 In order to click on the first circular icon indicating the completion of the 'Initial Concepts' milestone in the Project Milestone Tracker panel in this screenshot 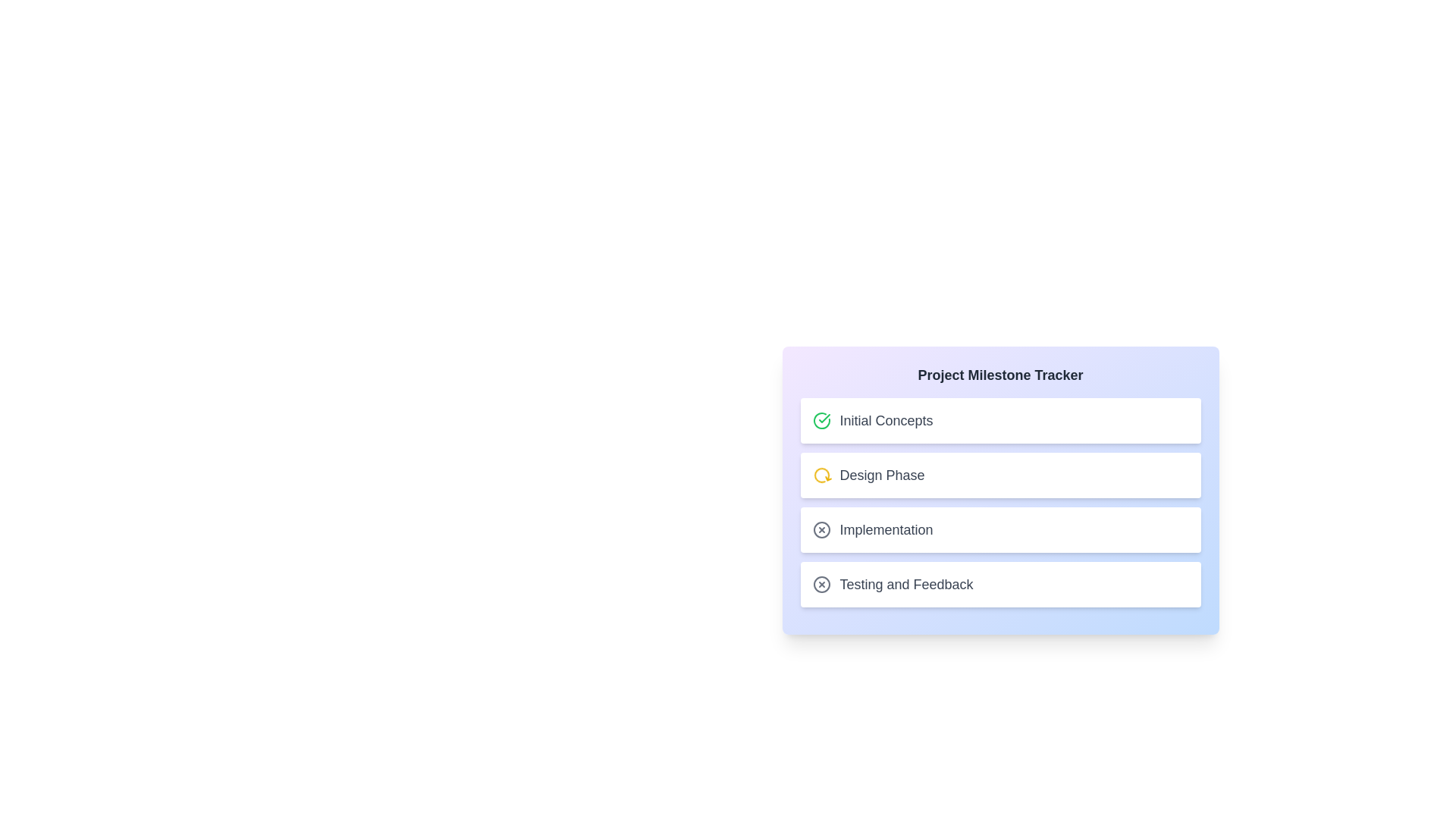, I will do `click(823, 418)`.